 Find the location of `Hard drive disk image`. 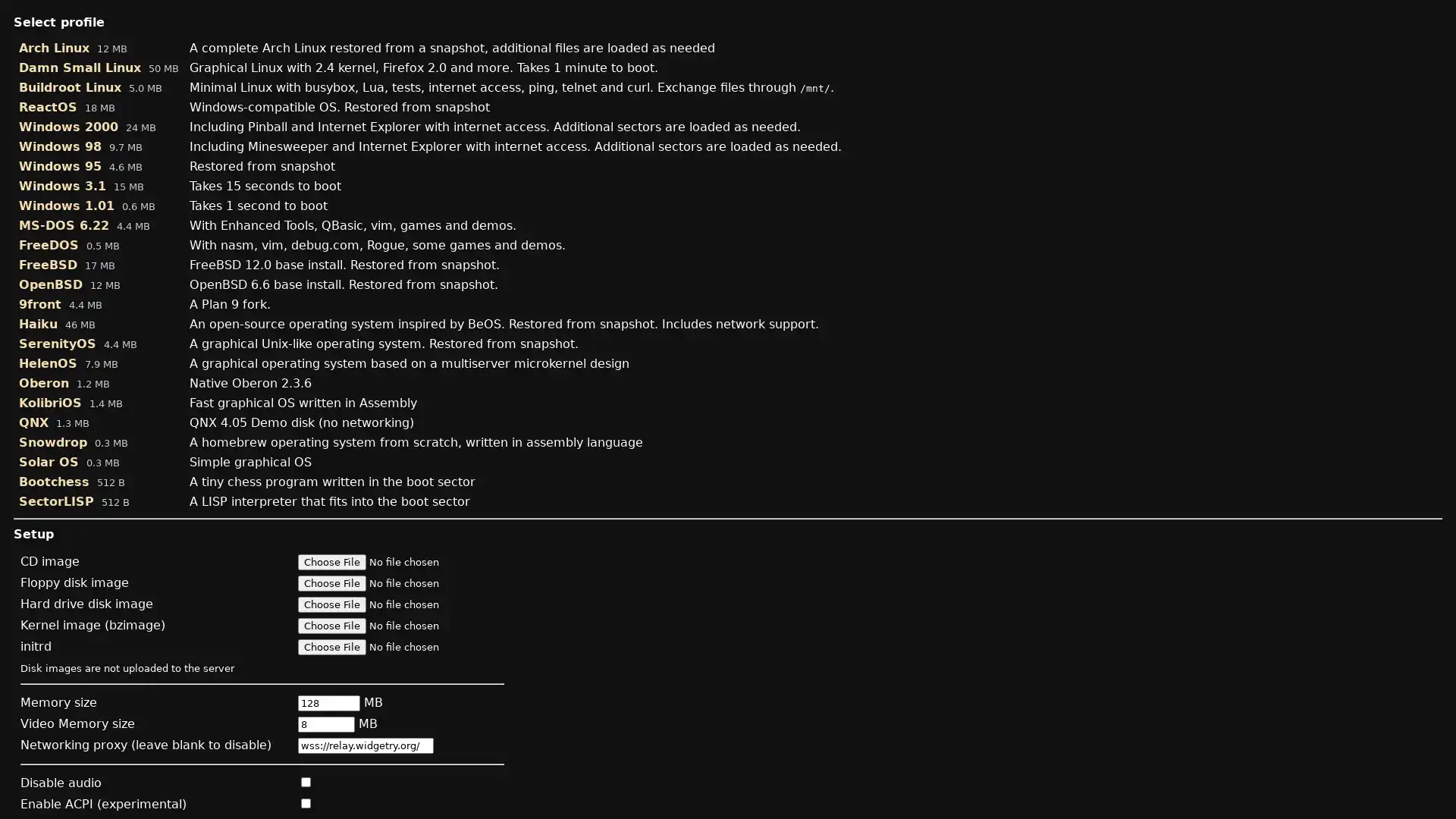

Hard drive disk image is located at coordinates (400, 604).